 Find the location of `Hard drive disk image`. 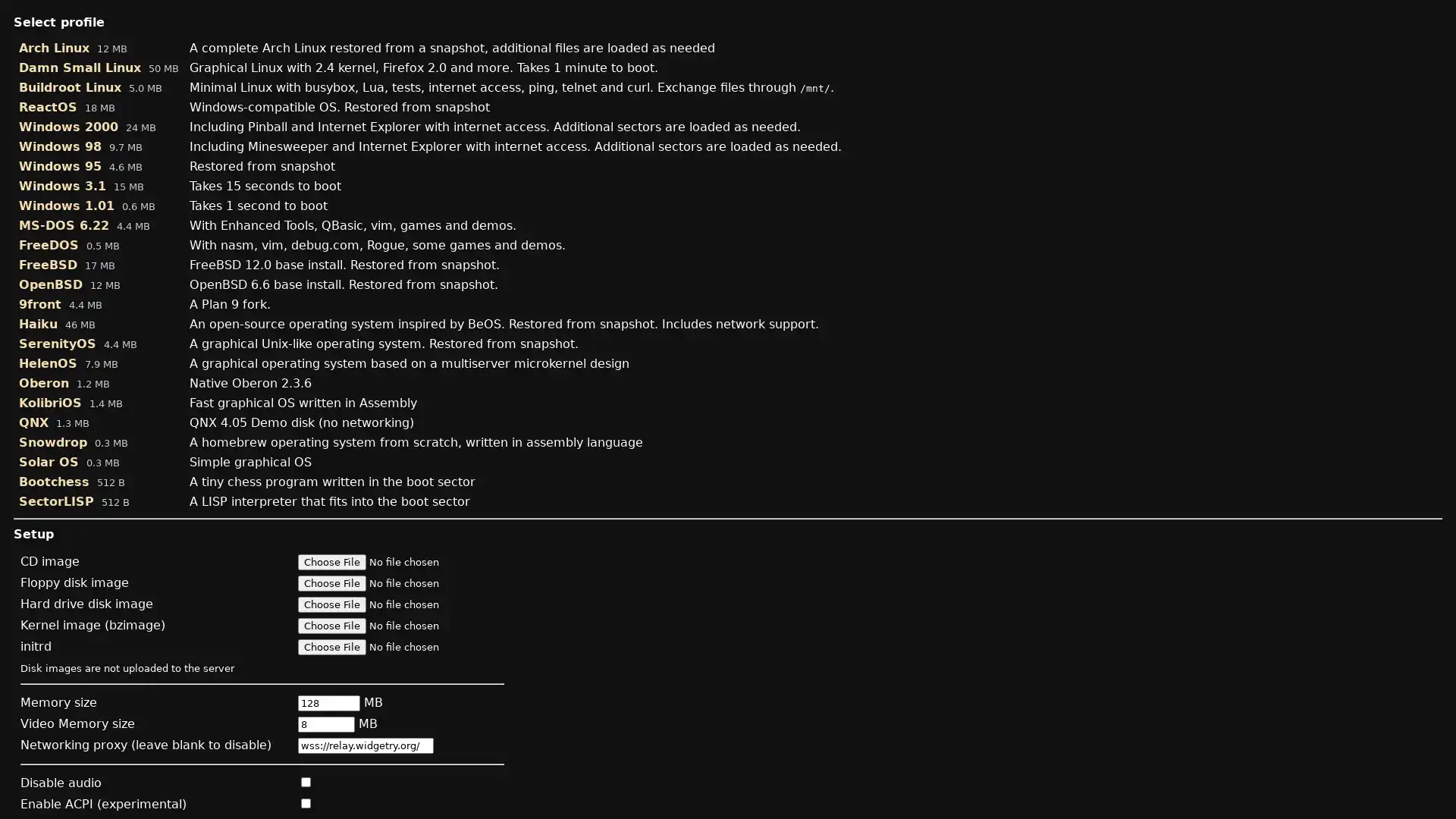

Hard drive disk image is located at coordinates (400, 604).